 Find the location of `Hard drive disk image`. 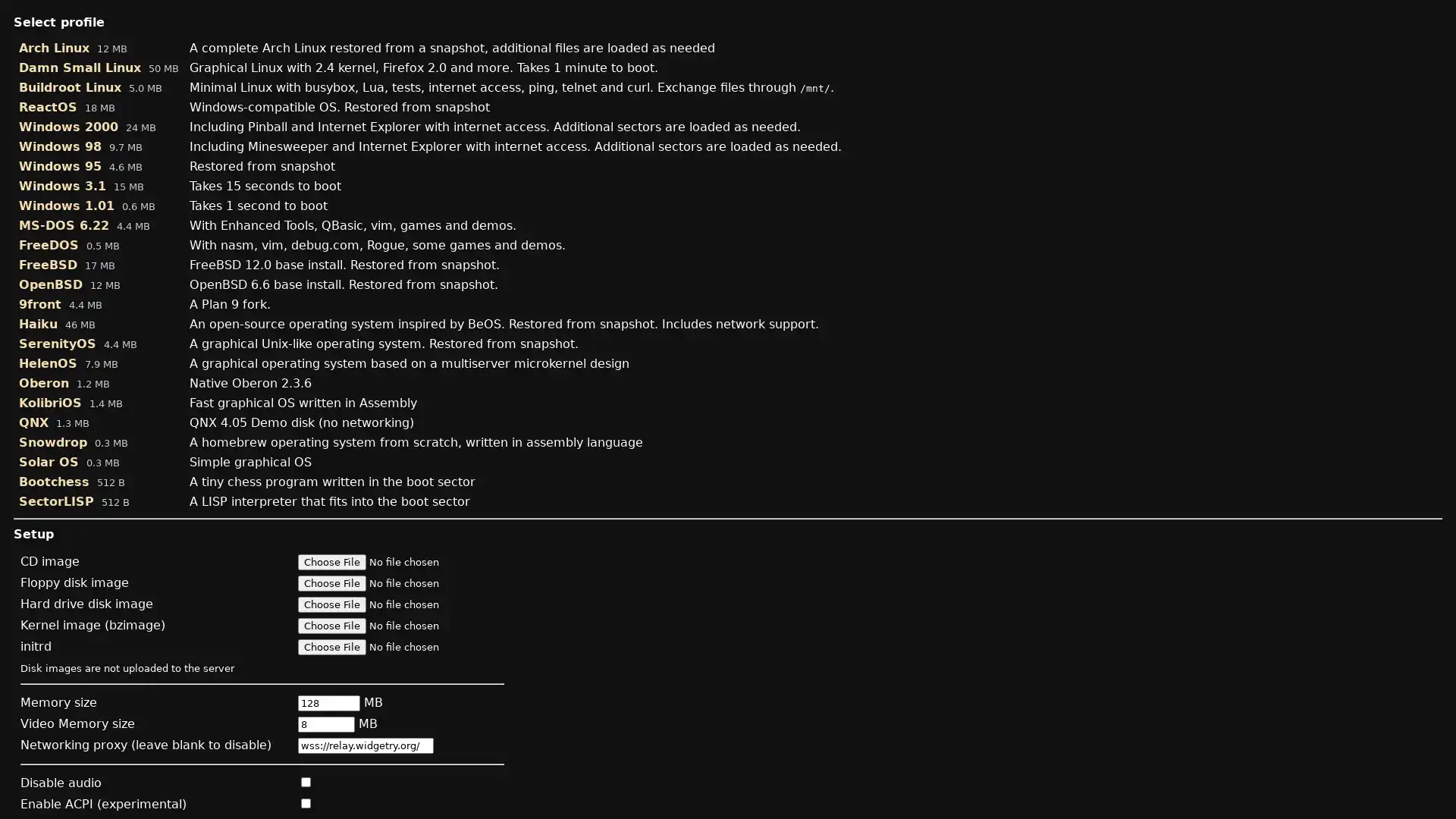

Hard drive disk image is located at coordinates (400, 604).